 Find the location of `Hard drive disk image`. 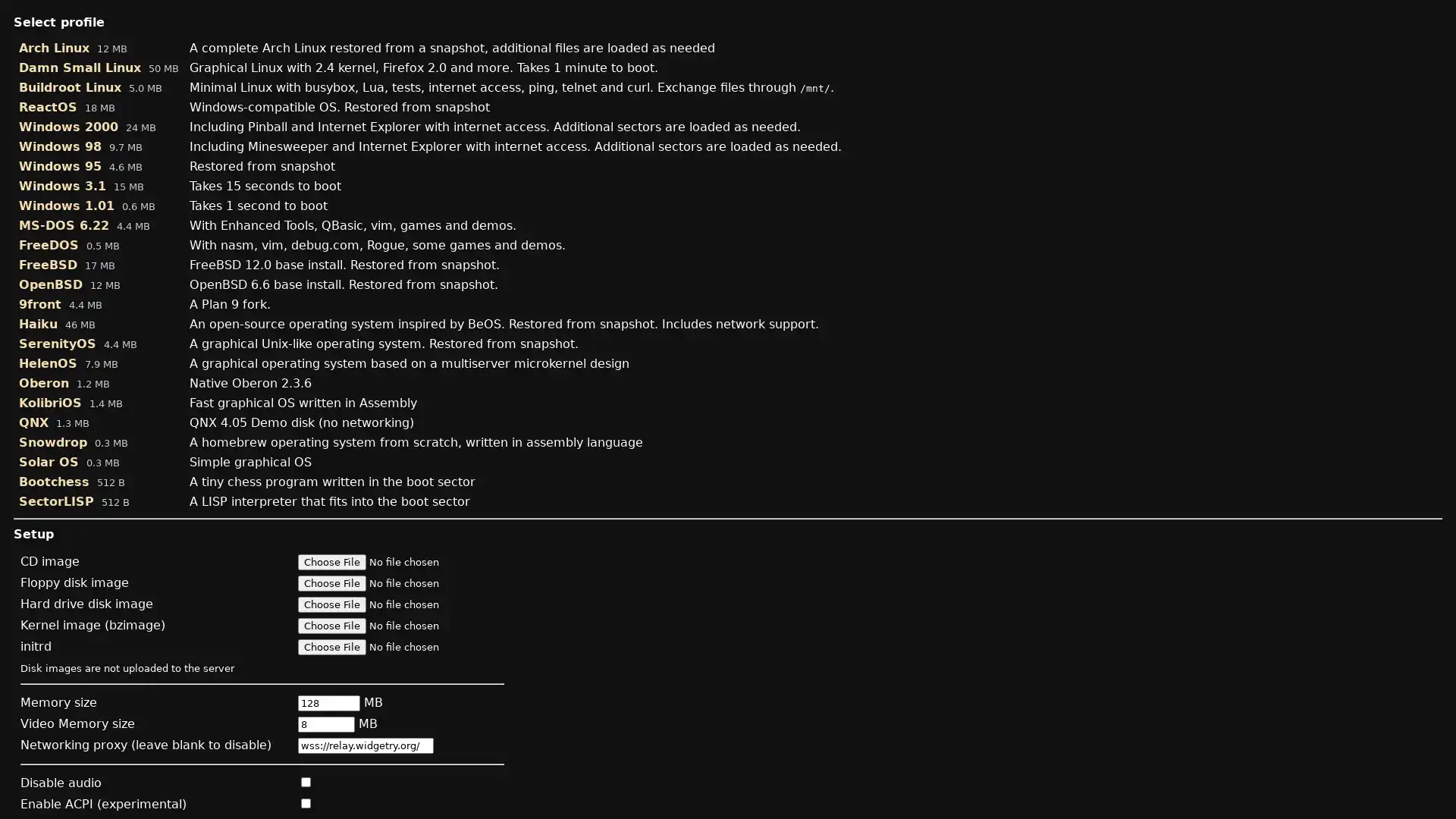

Hard drive disk image is located at coordinates (400, 604).